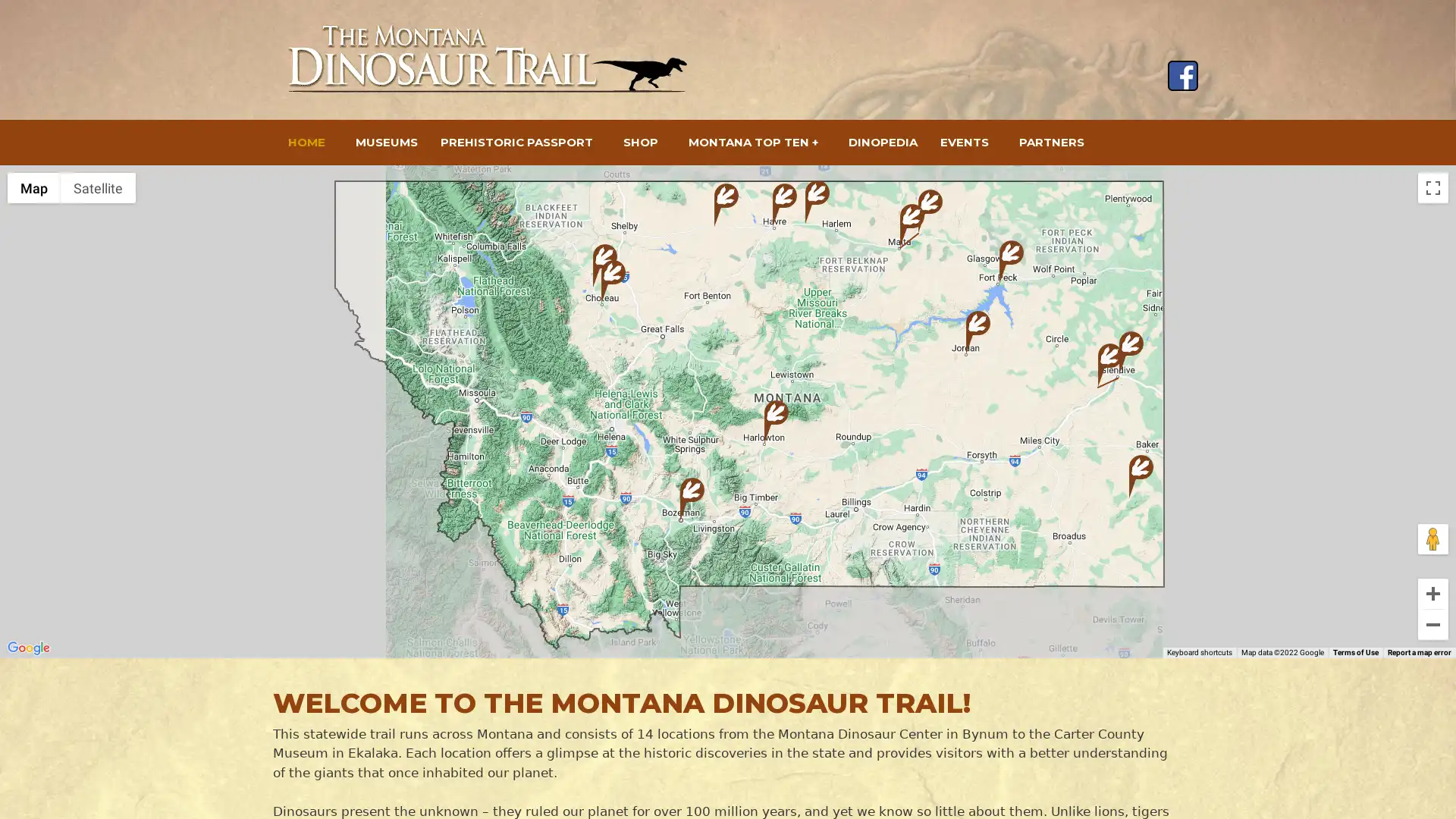 The image size is (1456, 819). Describe the element at coordinates (1110, 365) in the screenshot. I see `Makoshika State Park` at that location.